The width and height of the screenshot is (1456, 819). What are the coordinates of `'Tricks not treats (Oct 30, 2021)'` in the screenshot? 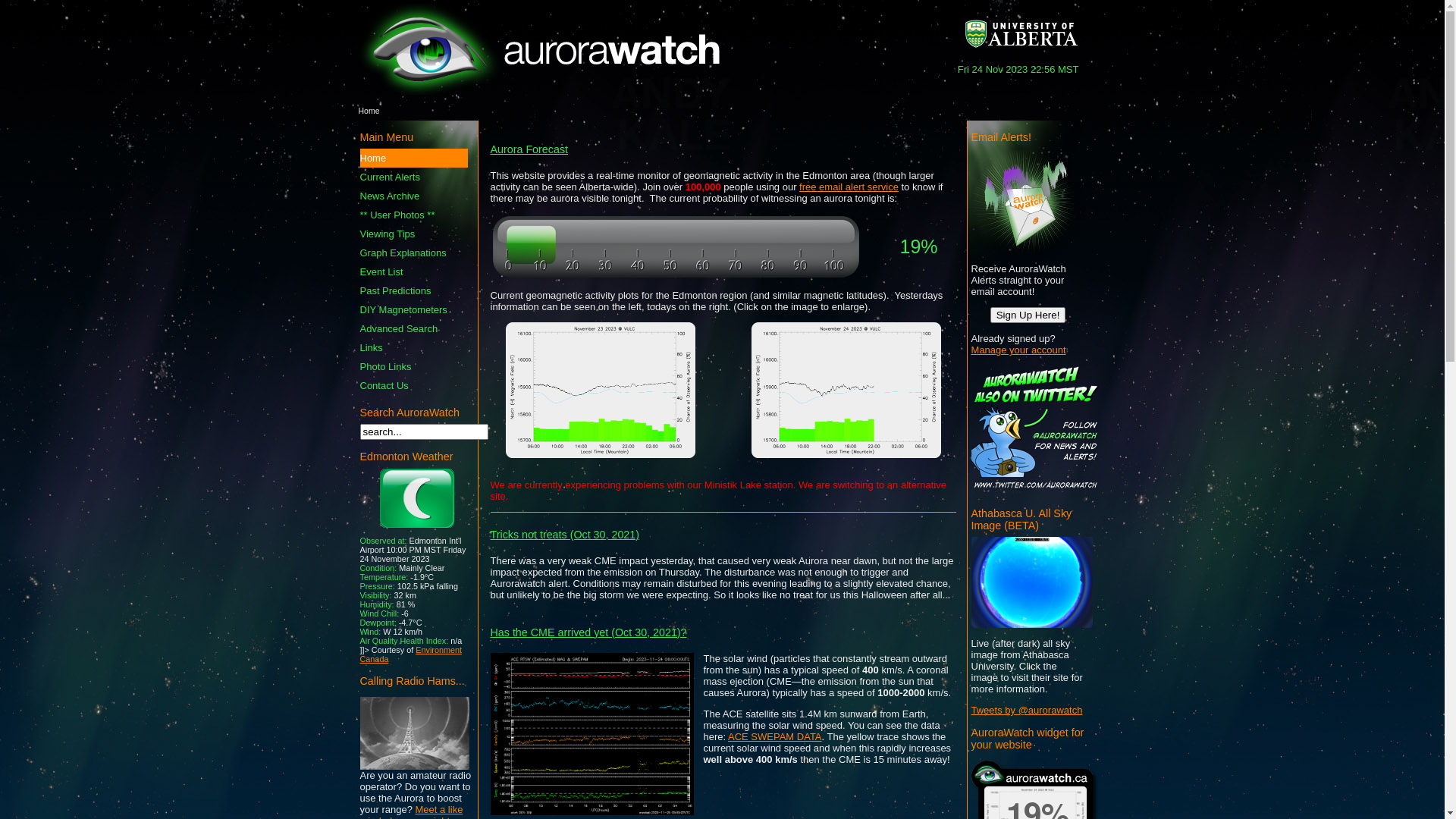 It's located at (563, 533).